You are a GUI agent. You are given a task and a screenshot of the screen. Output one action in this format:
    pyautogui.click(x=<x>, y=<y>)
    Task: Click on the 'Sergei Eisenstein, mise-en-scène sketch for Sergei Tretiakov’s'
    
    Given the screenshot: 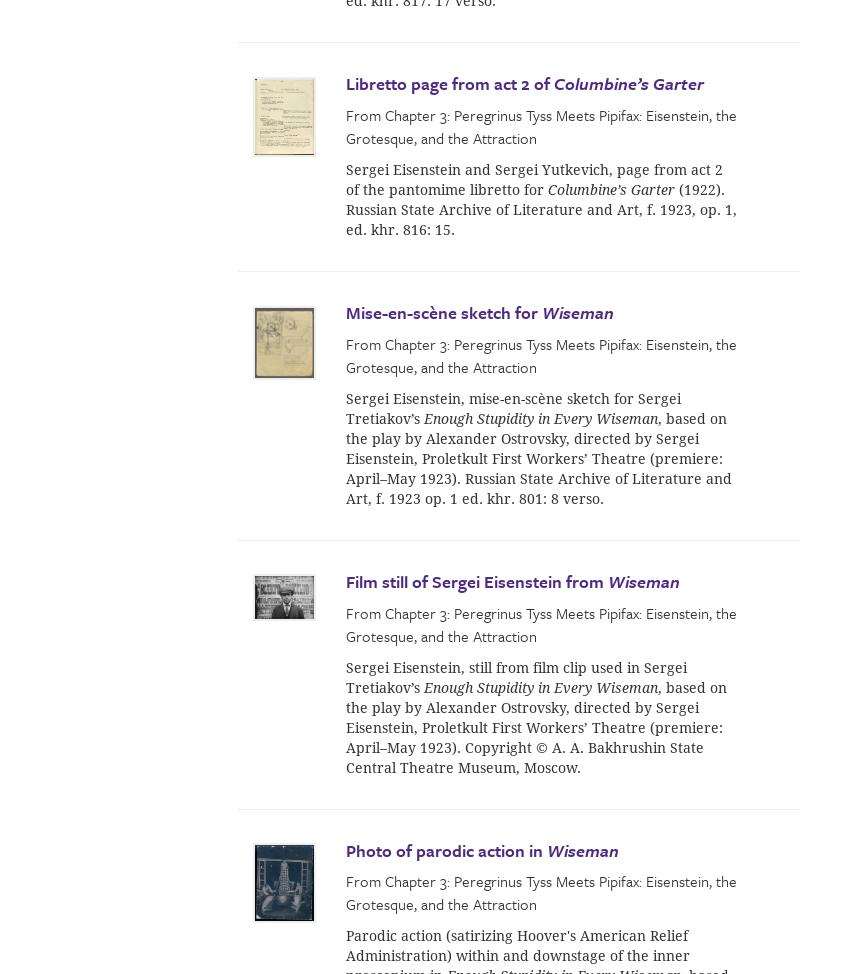 What is the action you would take?
    pyautogui.click(x=512, y=407)
    